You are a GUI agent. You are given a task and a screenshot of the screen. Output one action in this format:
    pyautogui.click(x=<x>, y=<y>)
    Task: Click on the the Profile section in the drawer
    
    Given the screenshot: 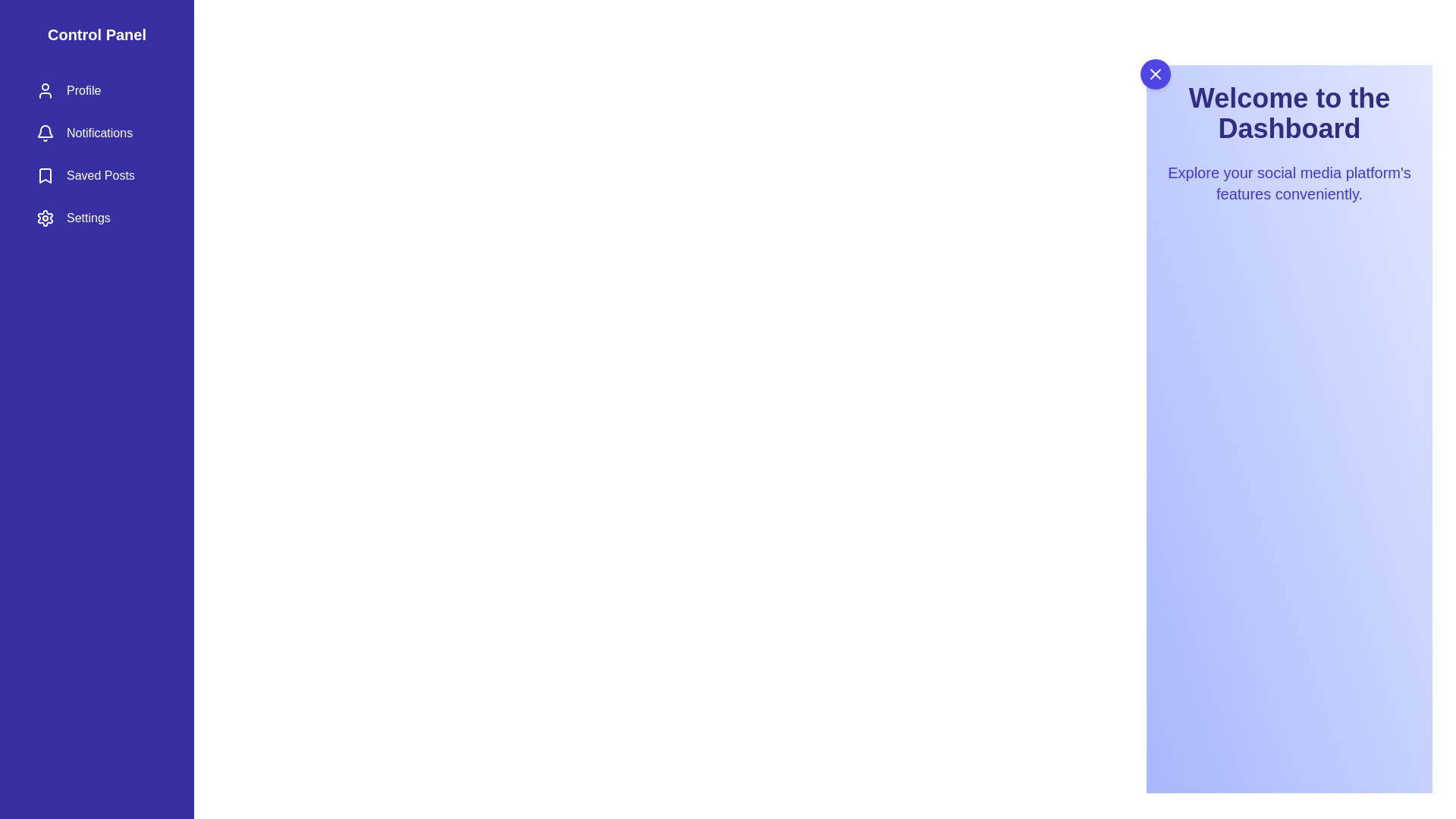 What is the action you would take?
    pyautogui.click(x=96, y=90)
    